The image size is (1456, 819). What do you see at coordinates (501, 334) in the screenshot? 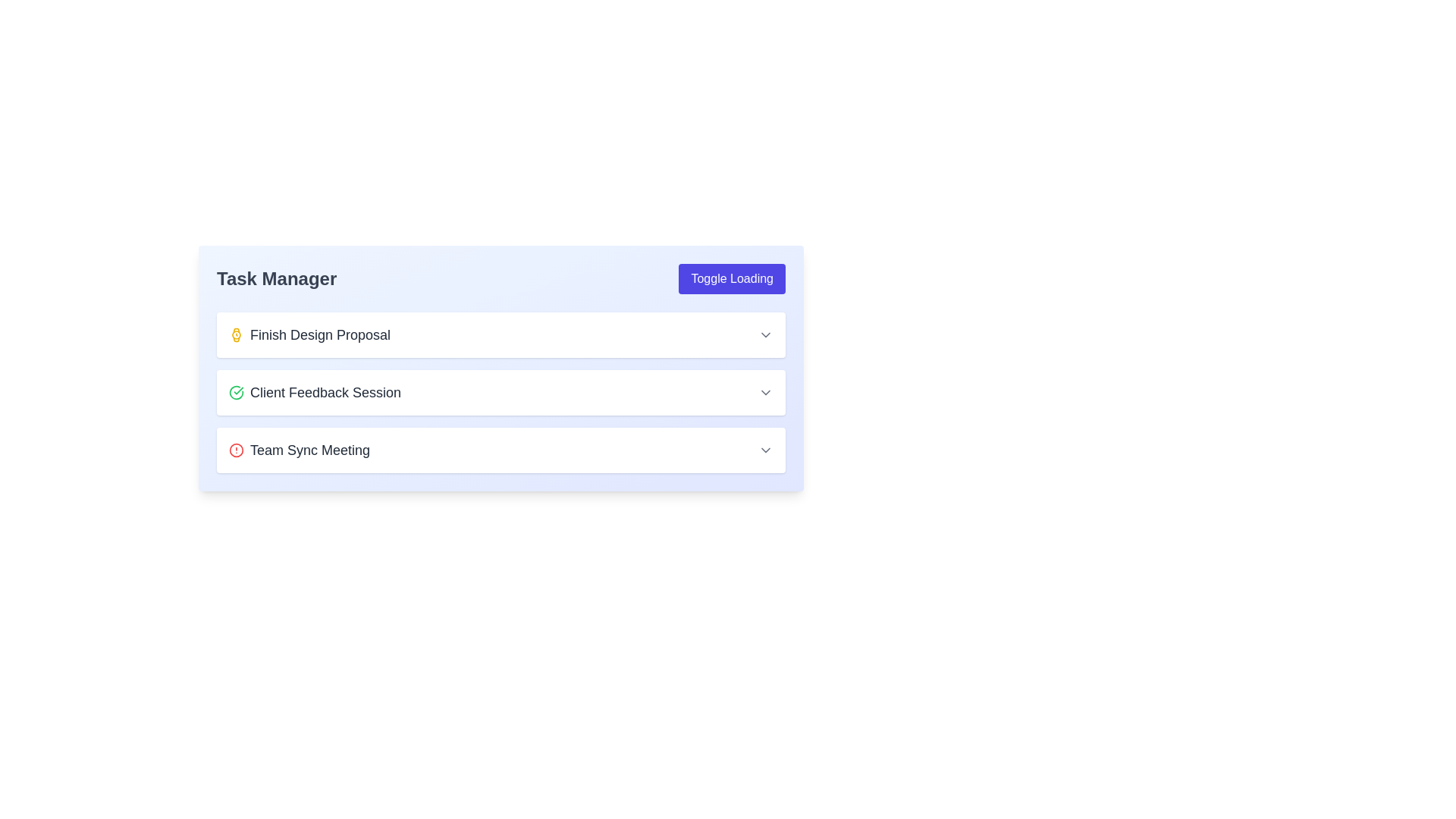
I see `the first expandable list item labeled 'Finish Design Proposal' in the Task Manager section` at bounding box center [501, 334].